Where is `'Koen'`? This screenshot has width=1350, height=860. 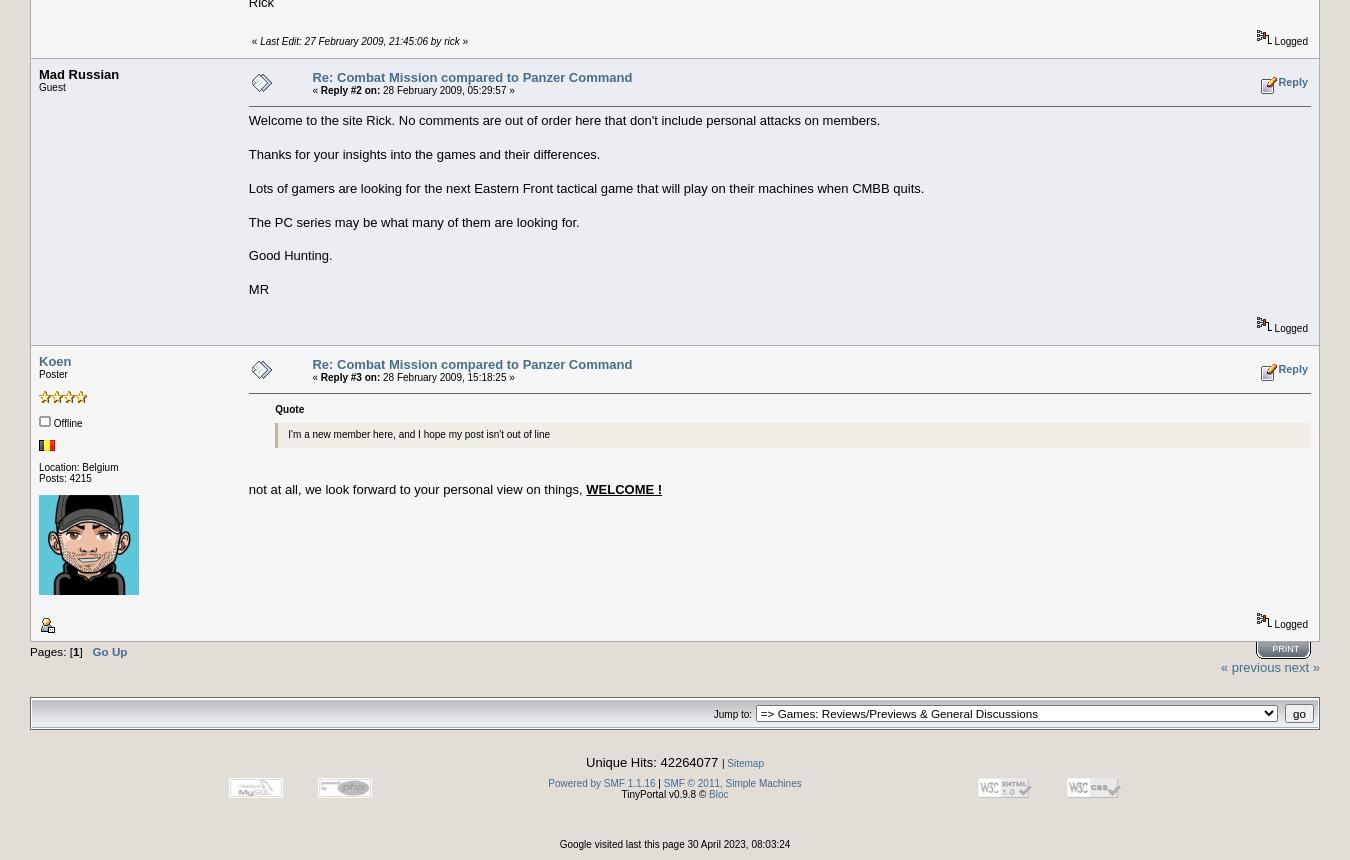
'Koen' is located at coordinates (53, 361).